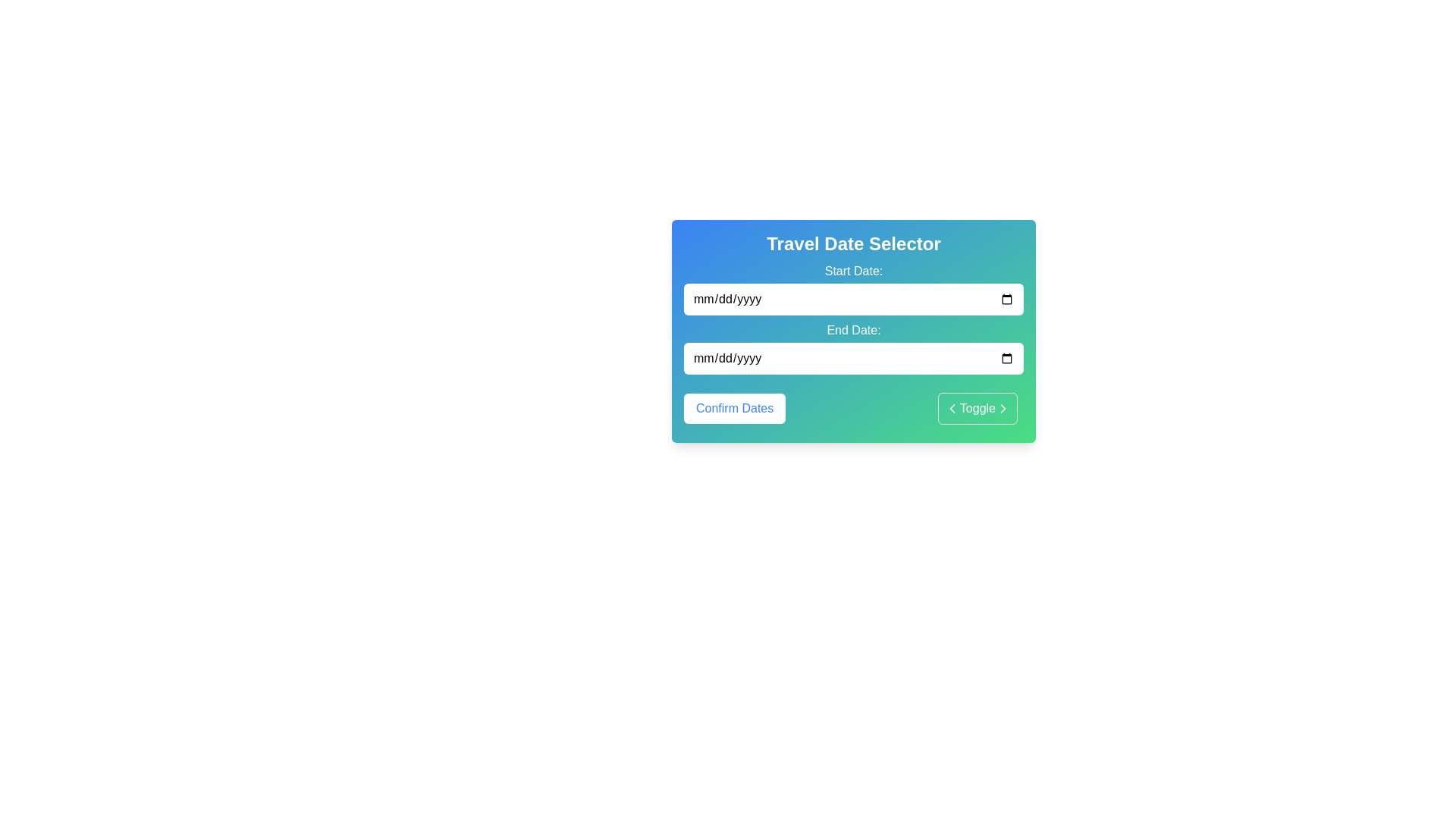 This screenshot has height=819, width=1456. What do you see at coordinates (951, 408) in the screenshot?
I see `the SVG icon that serves as a visual indicator for the toggle button, located at the right side of the 'Toggle' button` at bounding box center [951, 408].